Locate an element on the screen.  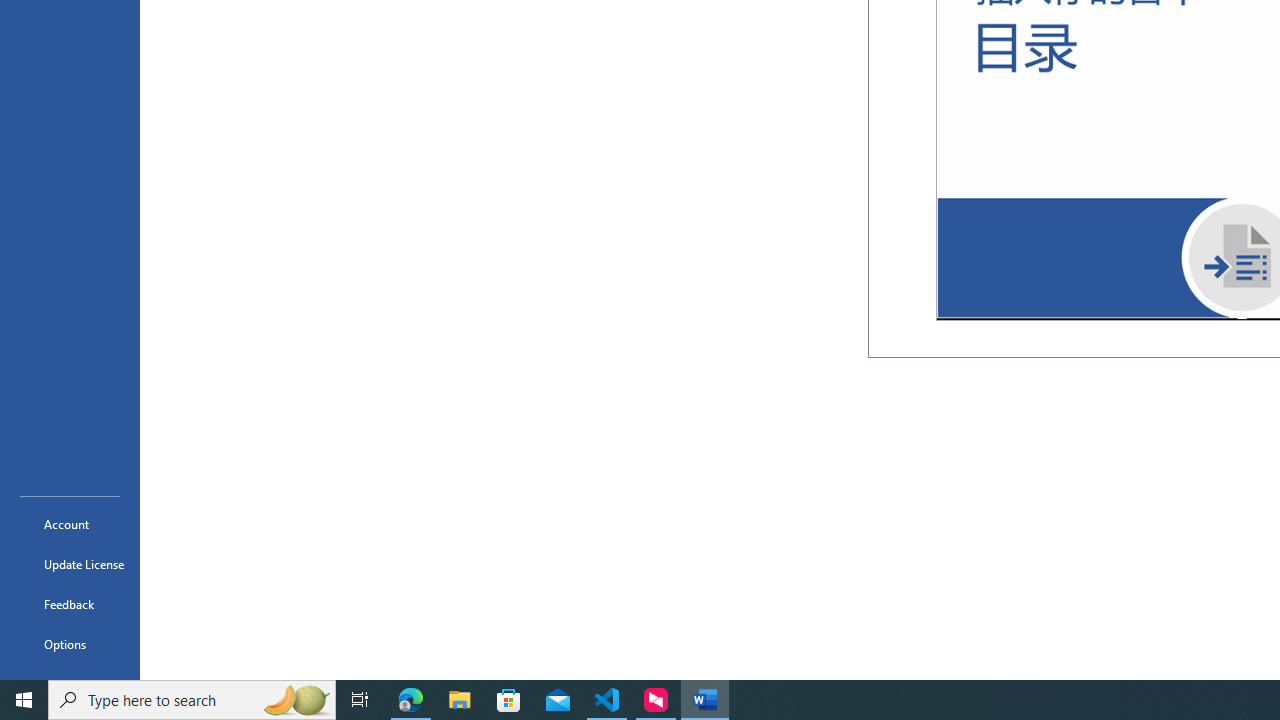
'Account' is located at coordinates (69, 523).